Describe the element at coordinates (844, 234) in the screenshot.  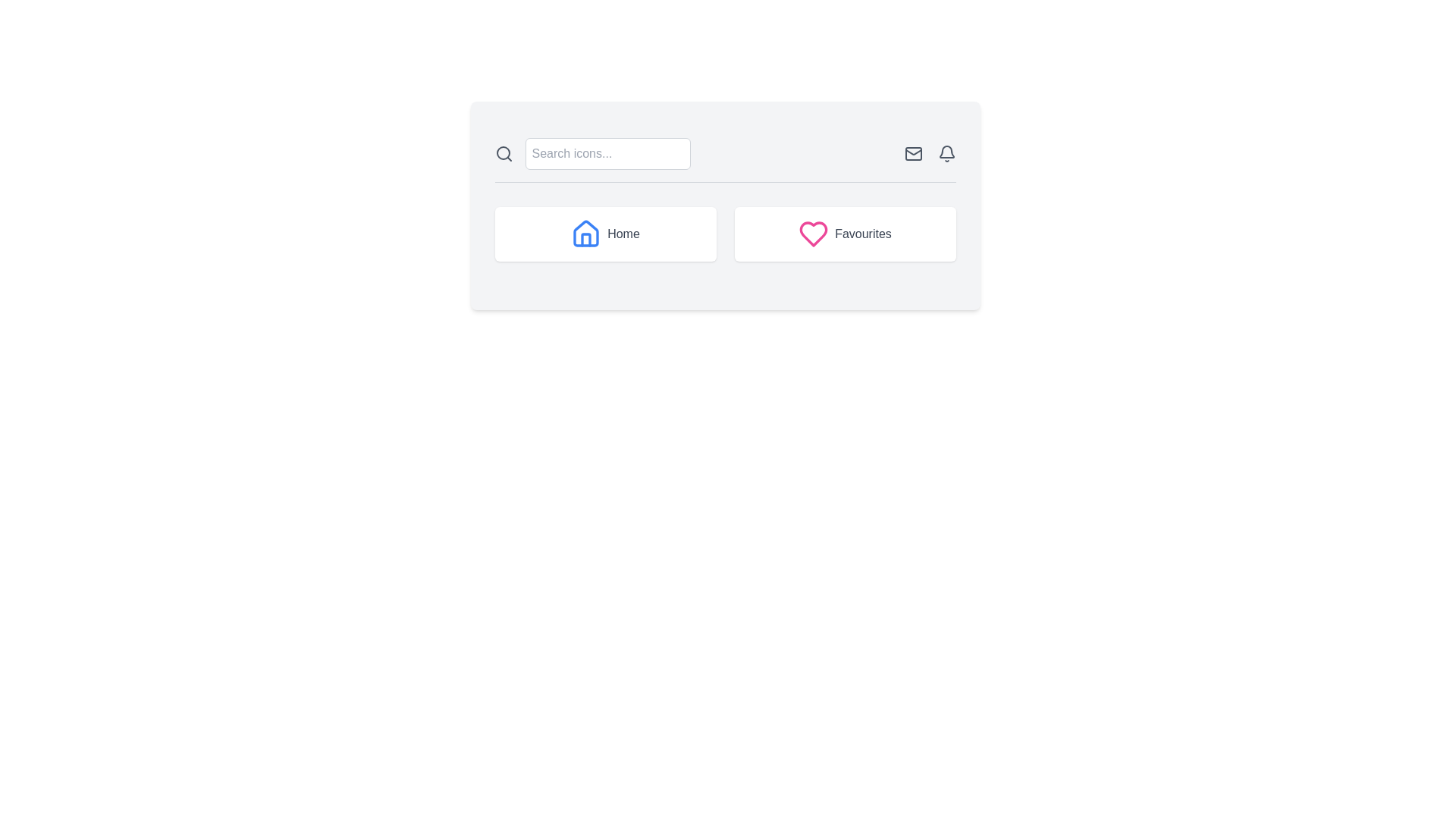
I see `the 'Favourites' button, which is a rectangular button with rounded corners, featuring a pink heart icon and gray text on a white background, located to the right of the 'Home' button` at that location.